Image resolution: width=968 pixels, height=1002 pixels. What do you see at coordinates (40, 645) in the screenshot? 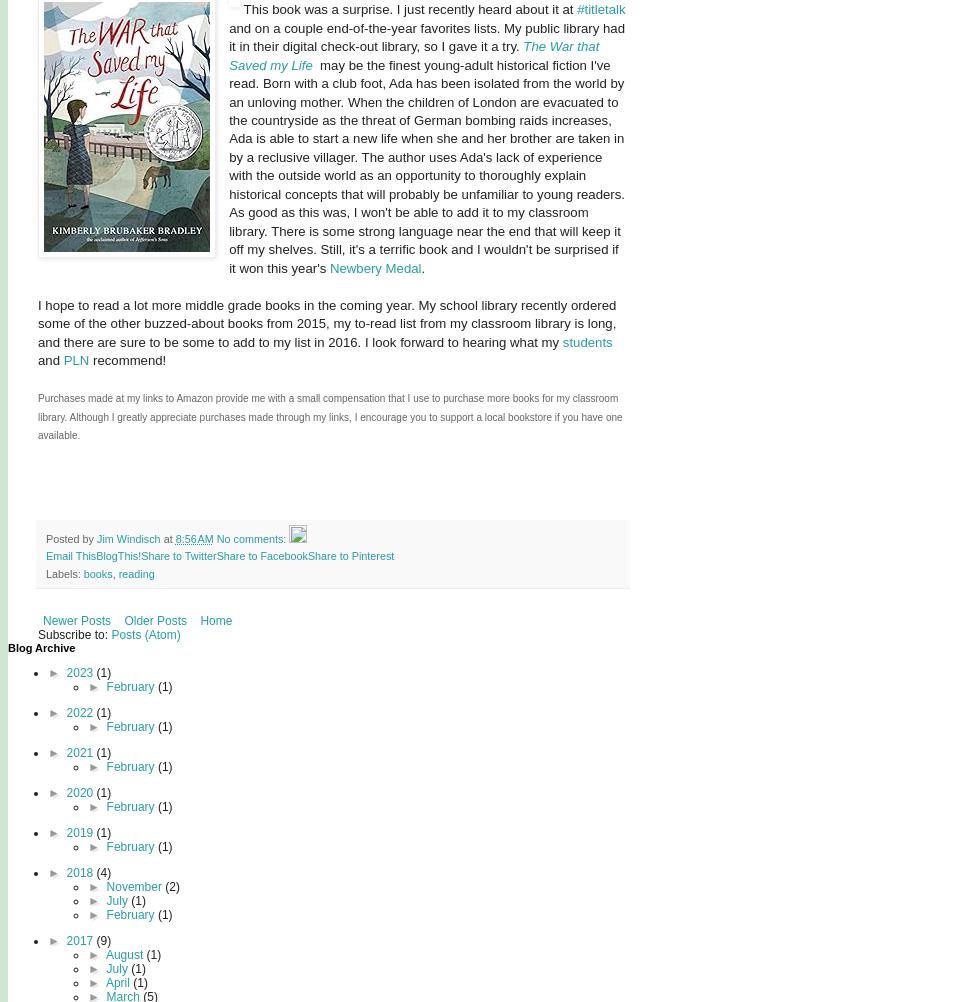
I see `'Blog Archive'` at bounding box center [40, 645].